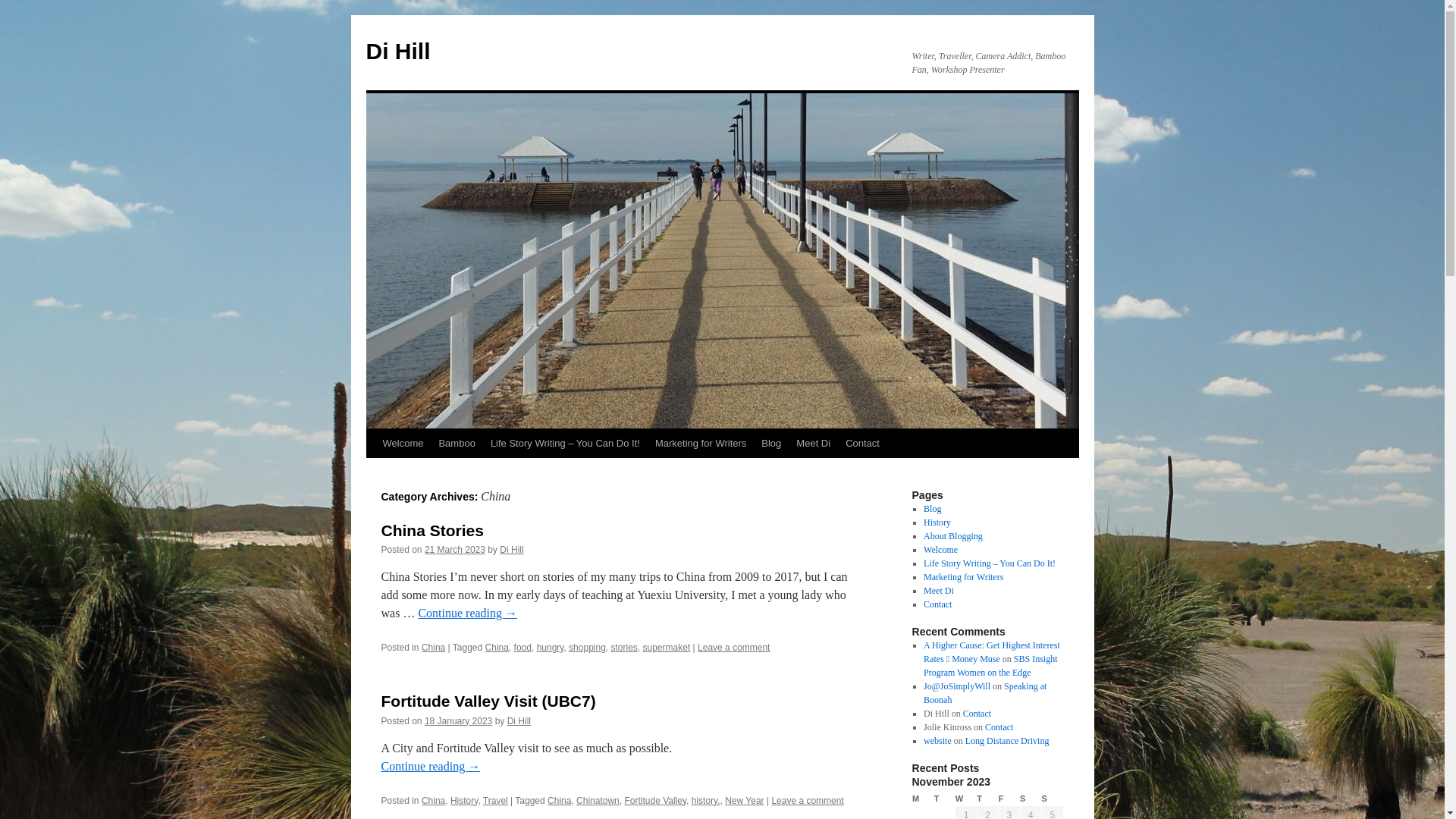  Describe the element at coordinates (495, 800) in the screenshot. I see `'Travel'` at that location.